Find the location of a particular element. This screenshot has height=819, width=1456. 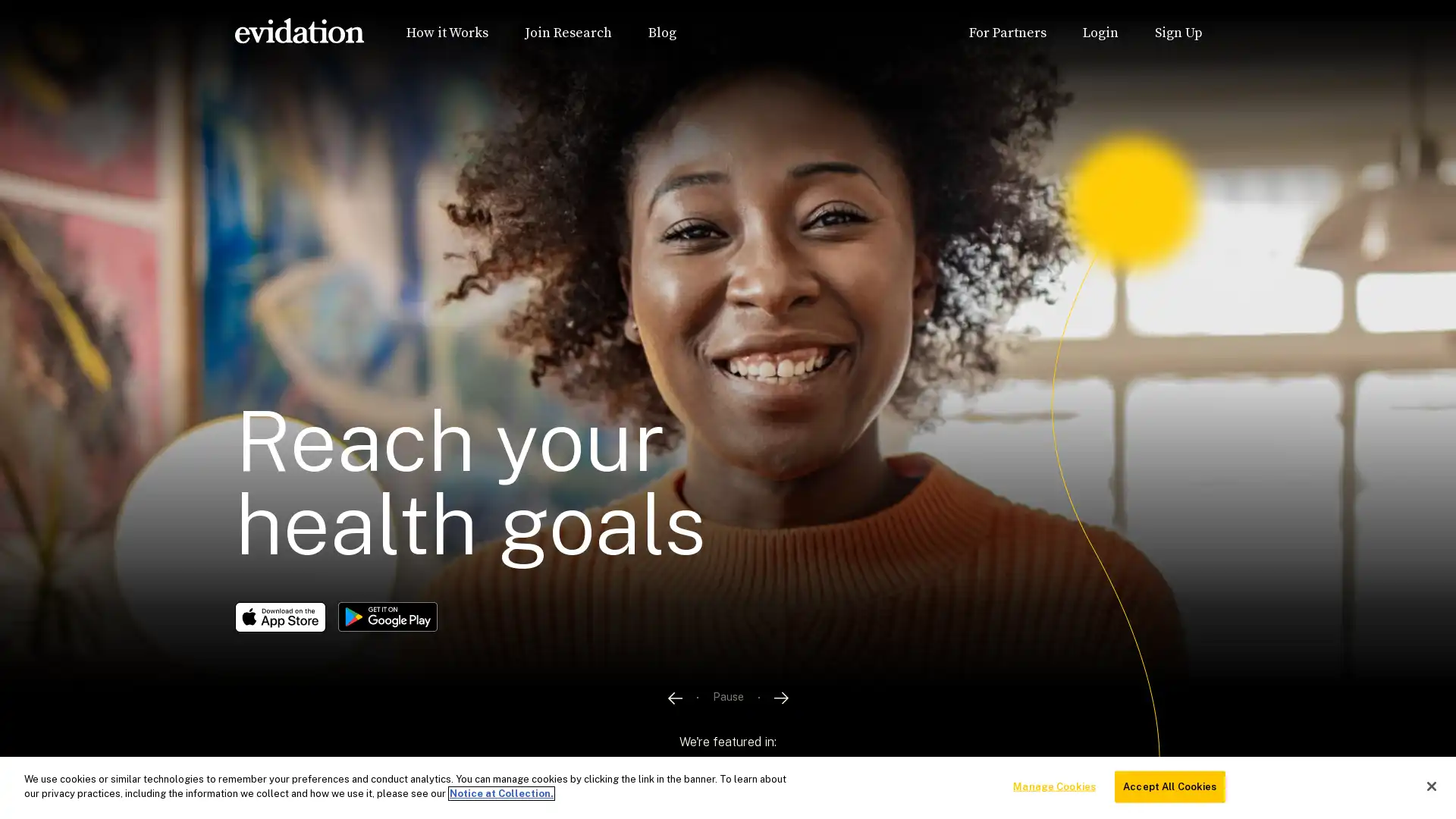

Accept All Cookies is located at coordinates (1169, 786).